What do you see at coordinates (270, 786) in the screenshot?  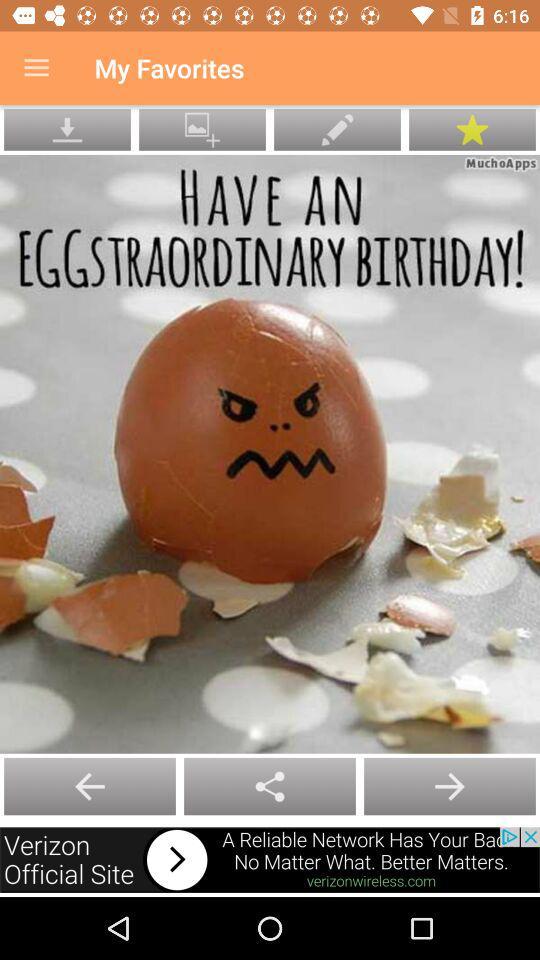 I see `the arrow_backward icon` at bounding box center [270, 786].